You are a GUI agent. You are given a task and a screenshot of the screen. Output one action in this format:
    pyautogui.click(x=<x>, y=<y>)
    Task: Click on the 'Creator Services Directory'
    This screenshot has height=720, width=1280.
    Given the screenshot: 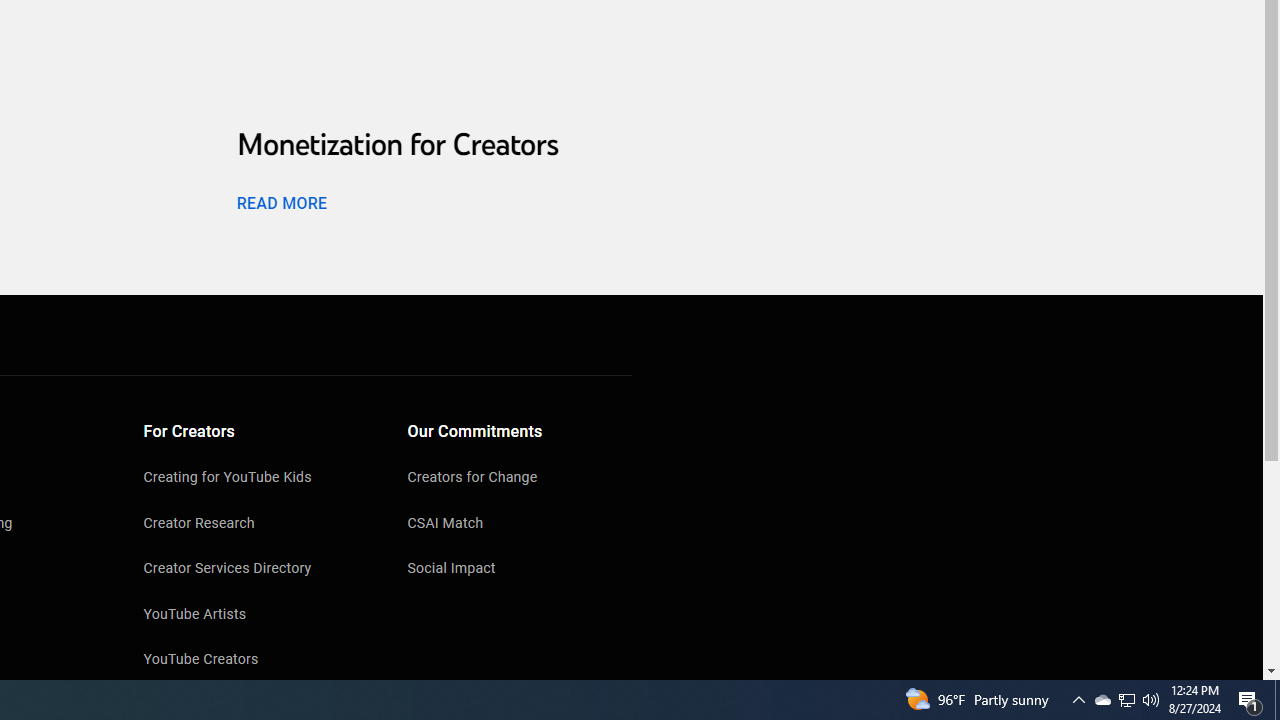 What is the action you would take?
    pyautogui.click(x=255, y=570)
    